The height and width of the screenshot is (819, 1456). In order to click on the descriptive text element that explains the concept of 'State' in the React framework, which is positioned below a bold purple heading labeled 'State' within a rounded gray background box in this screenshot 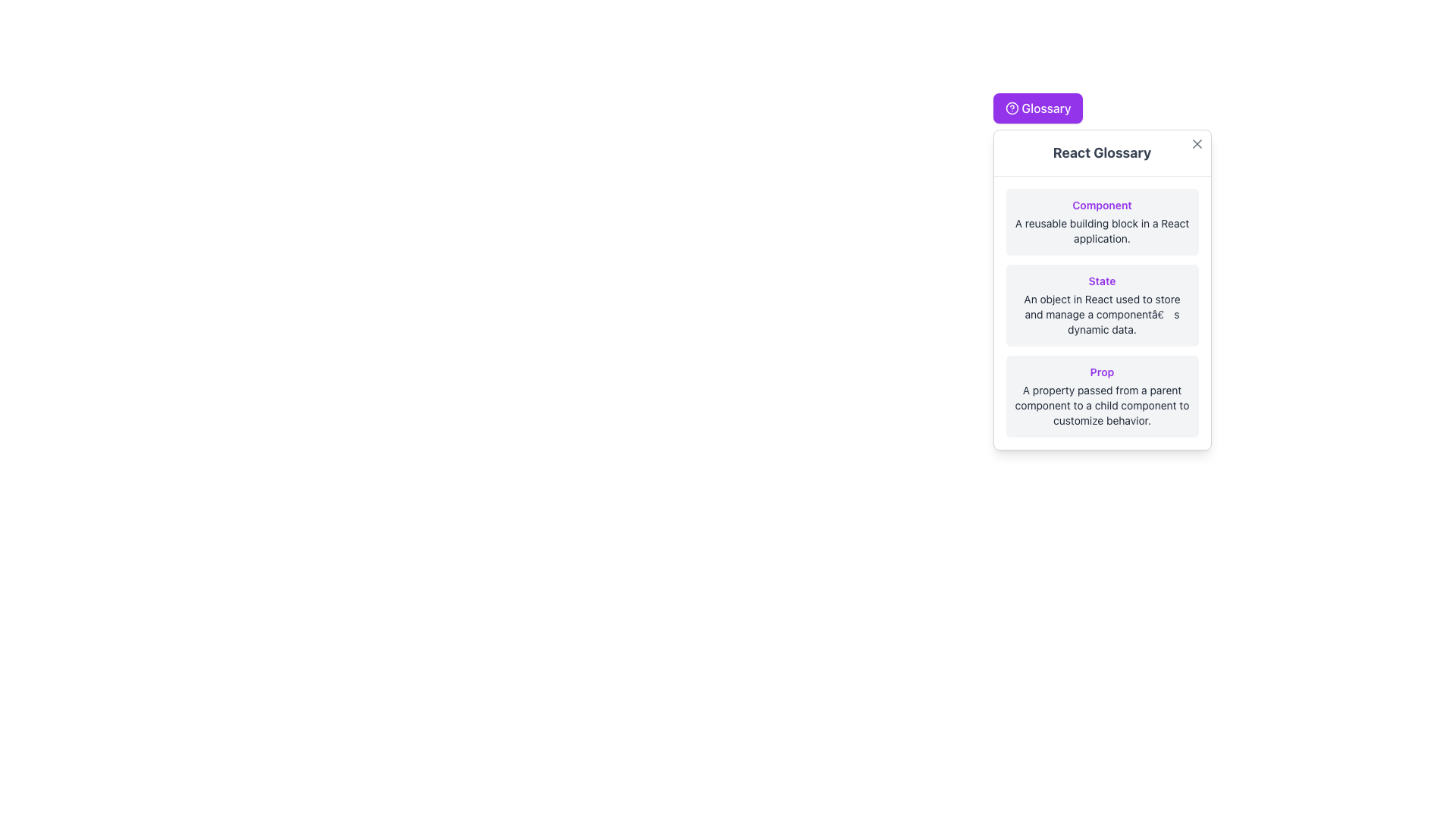, I will do `click(1102, 314)`.